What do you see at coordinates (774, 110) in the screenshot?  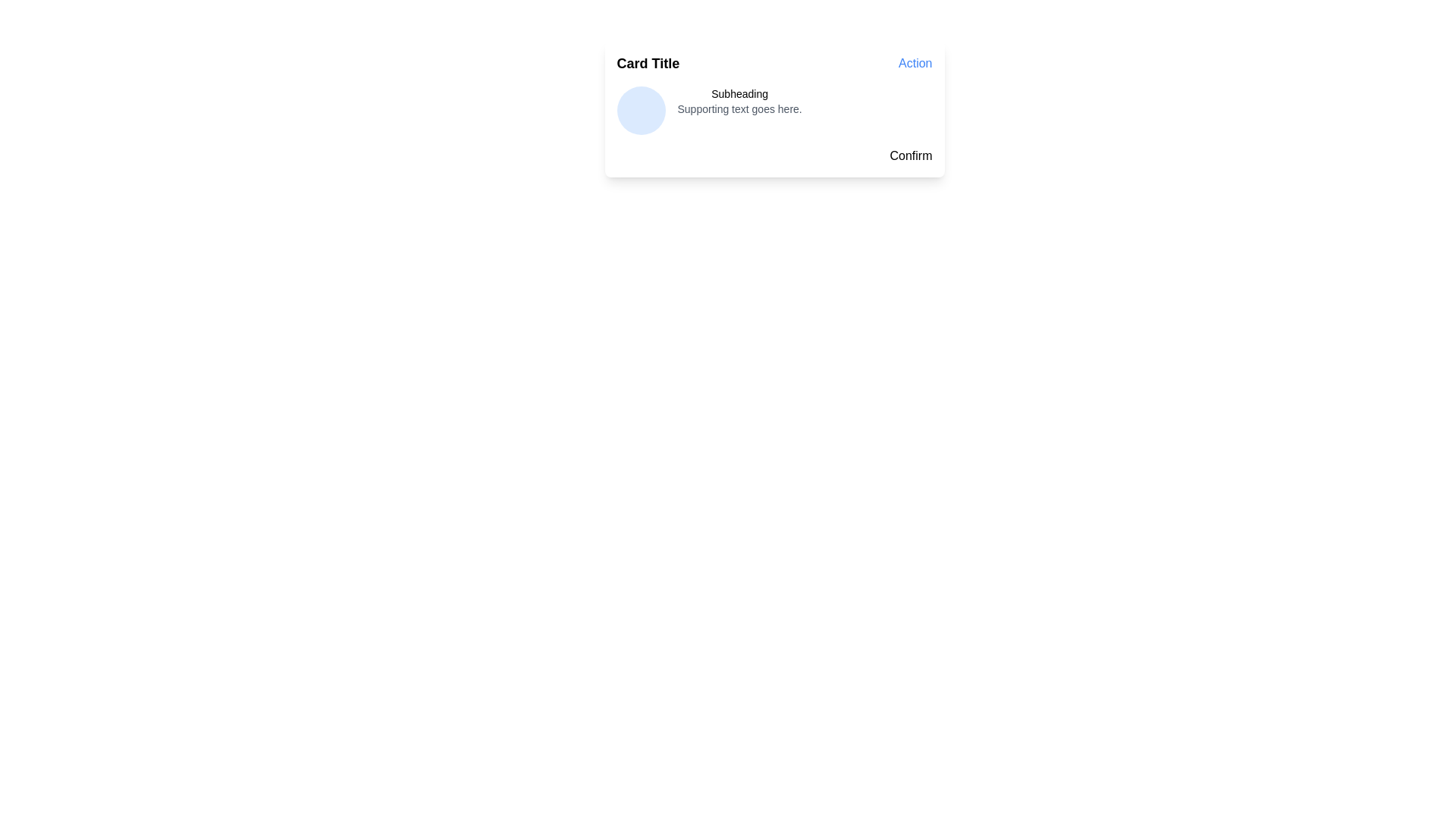 I see `the informational panel that provides a subheading and supporting text, located within the card layout titled 'Card Title', positioned below the title section and above the 'Confirm' button area` at bounding box center [774, 110].